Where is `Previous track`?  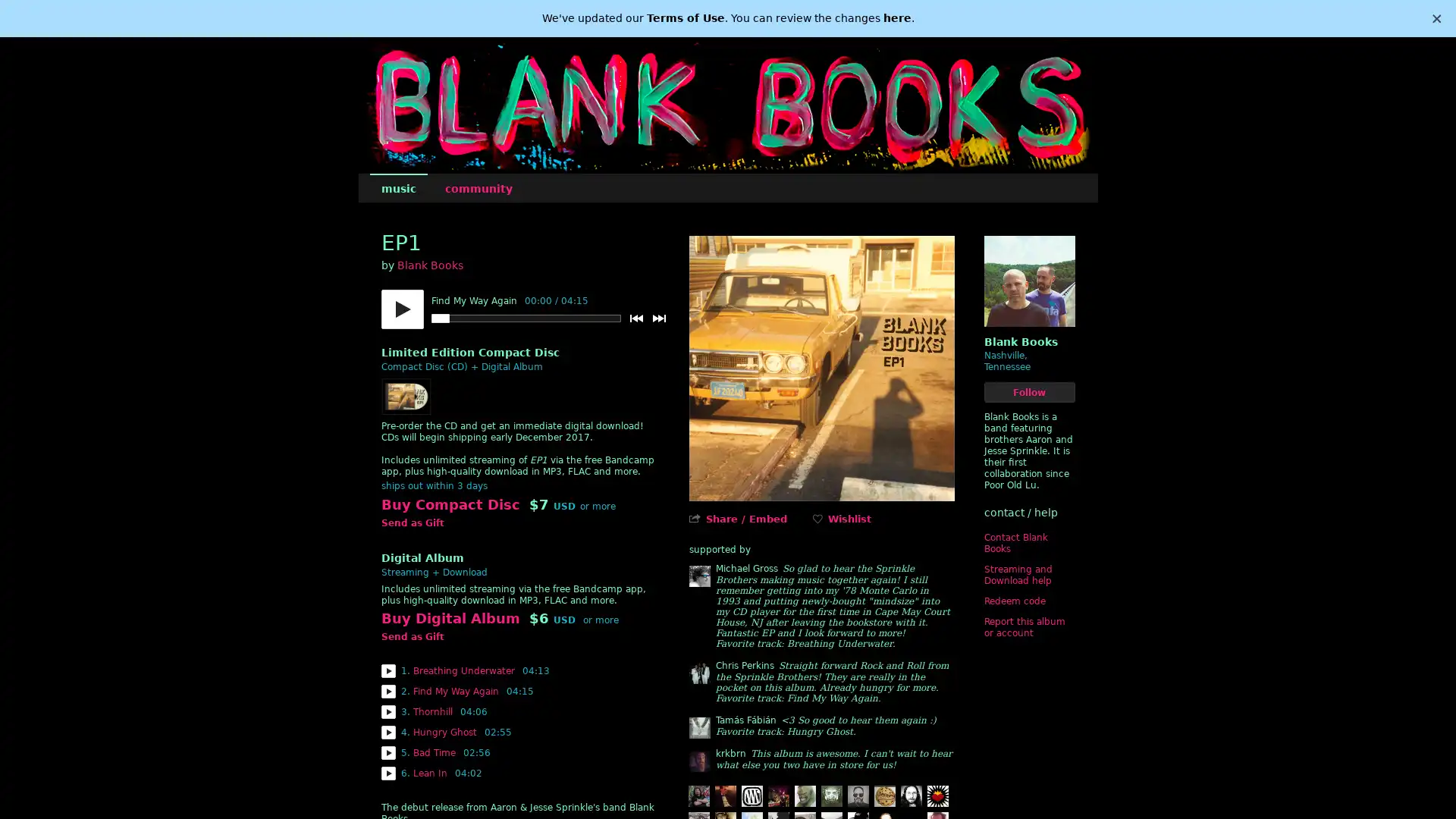
Previous track is located at coordinates (635, 318).